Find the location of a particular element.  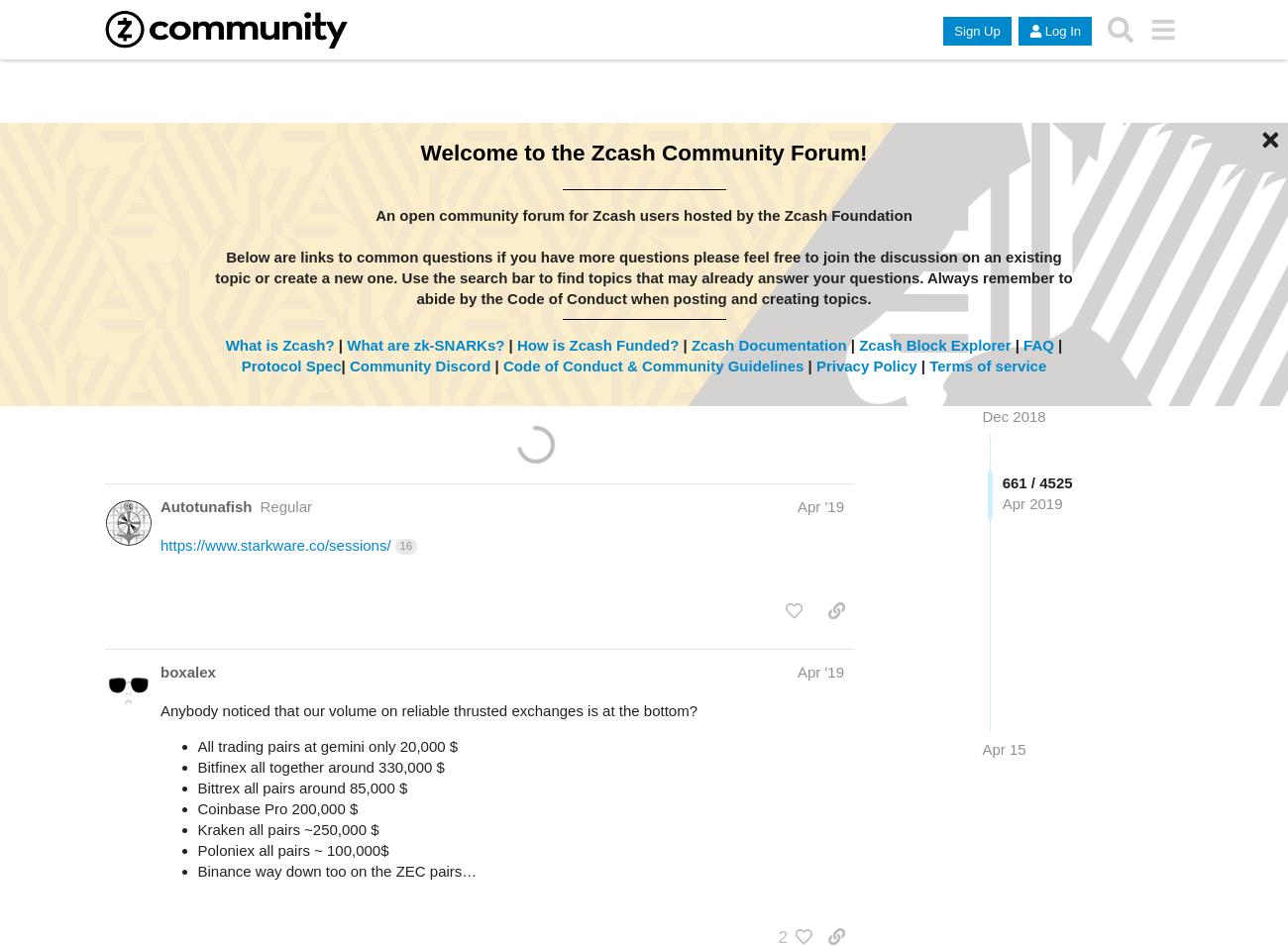

'How is Zcash Funded?' is located at coordinates (516, 343).